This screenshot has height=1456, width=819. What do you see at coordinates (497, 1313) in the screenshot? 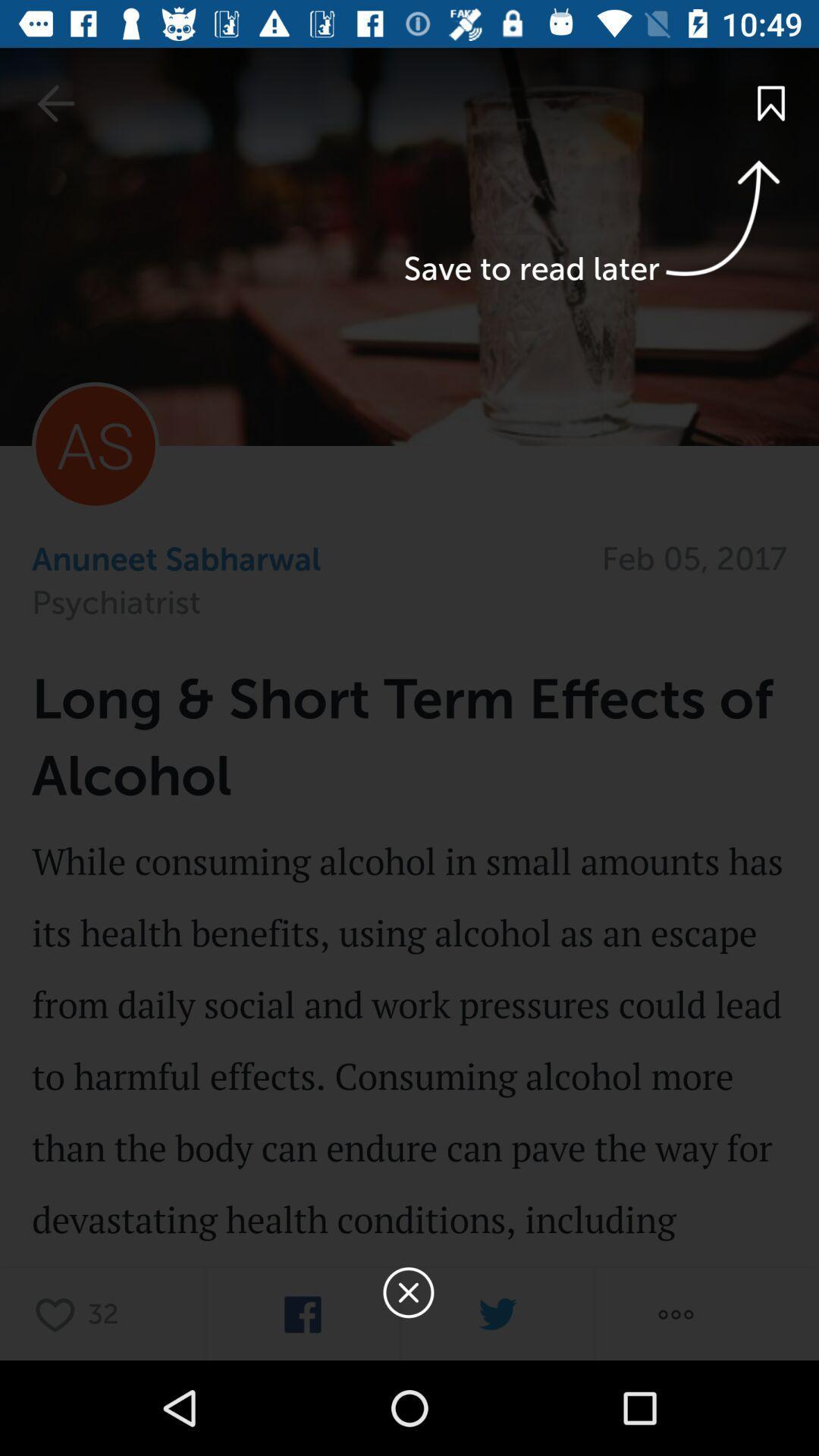
I see `share on twitter` at bounding box center [497, 1313].